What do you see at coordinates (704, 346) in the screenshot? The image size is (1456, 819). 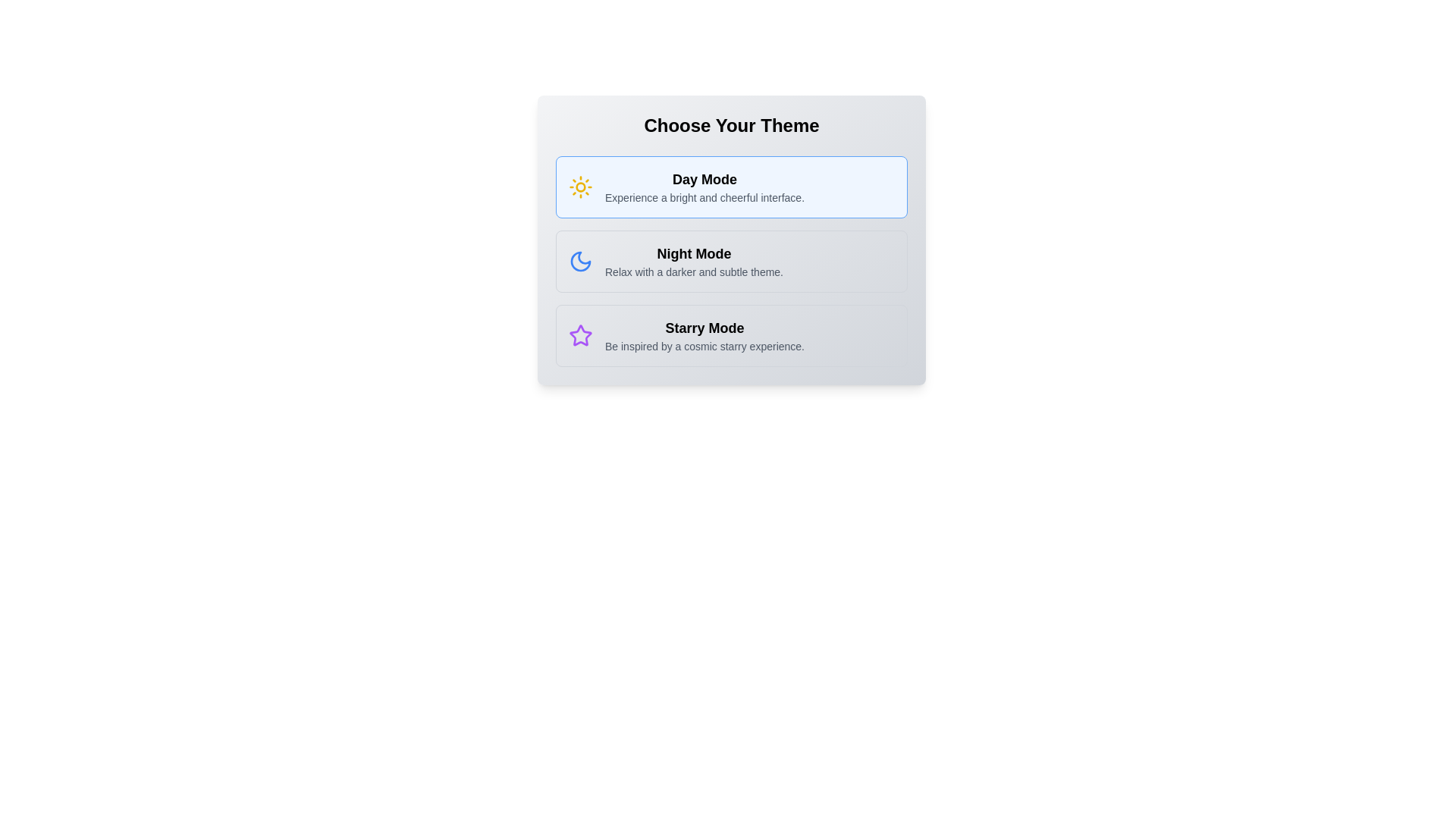 I see `the text label that describes the 'Starry Mode' option, located directly below its title in the 'Starry Mode' section` at bounding box center [704, 346].